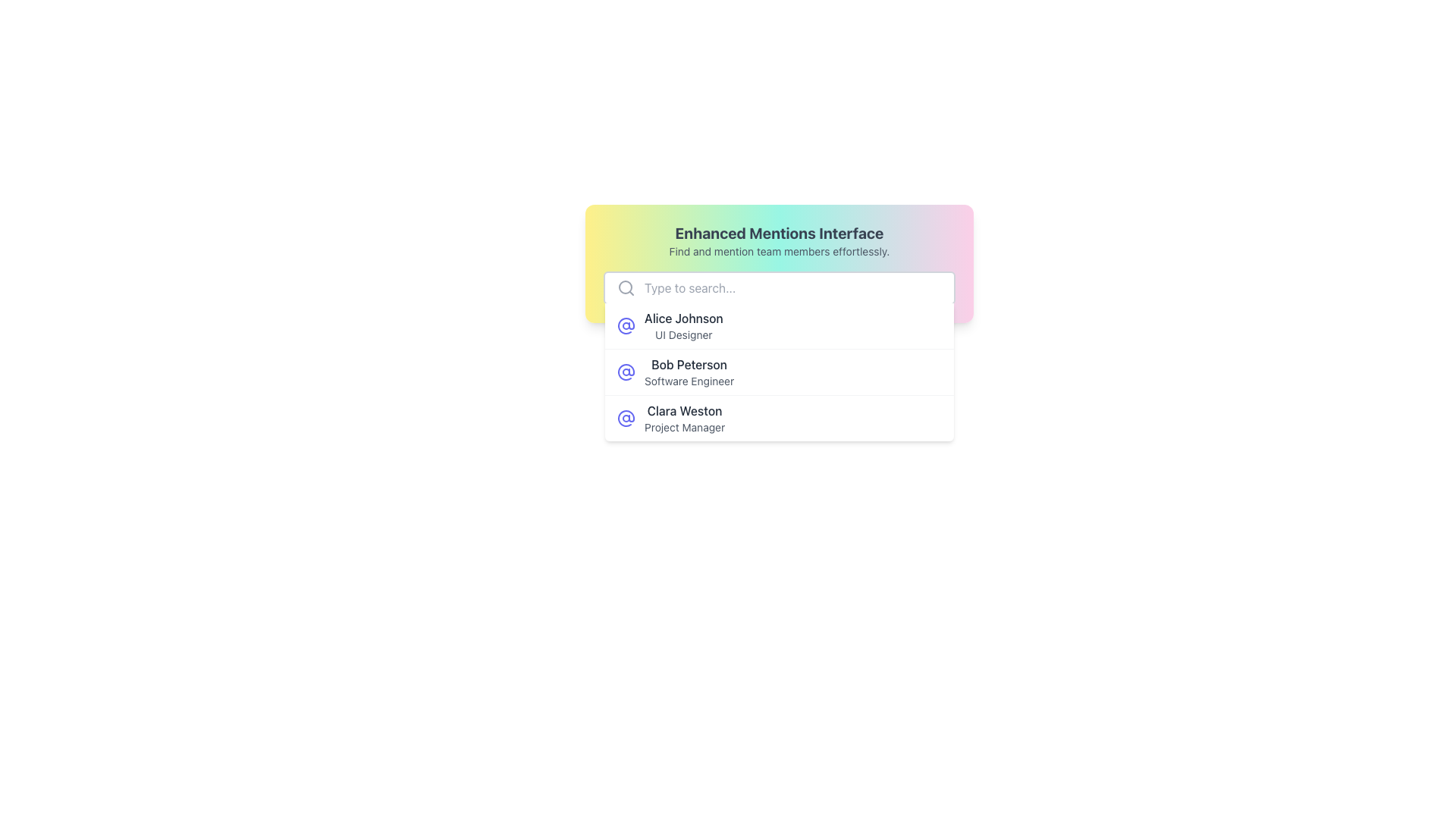 The height and width of the screenshot is (819, 1456). What do you see at coordinates (779, 372) in the screenshot?
I see `on the second user profile in the dropdown menu displaying user profiles, which is located under the search box and has a rounded corner design` at bounding box center [779, 372].